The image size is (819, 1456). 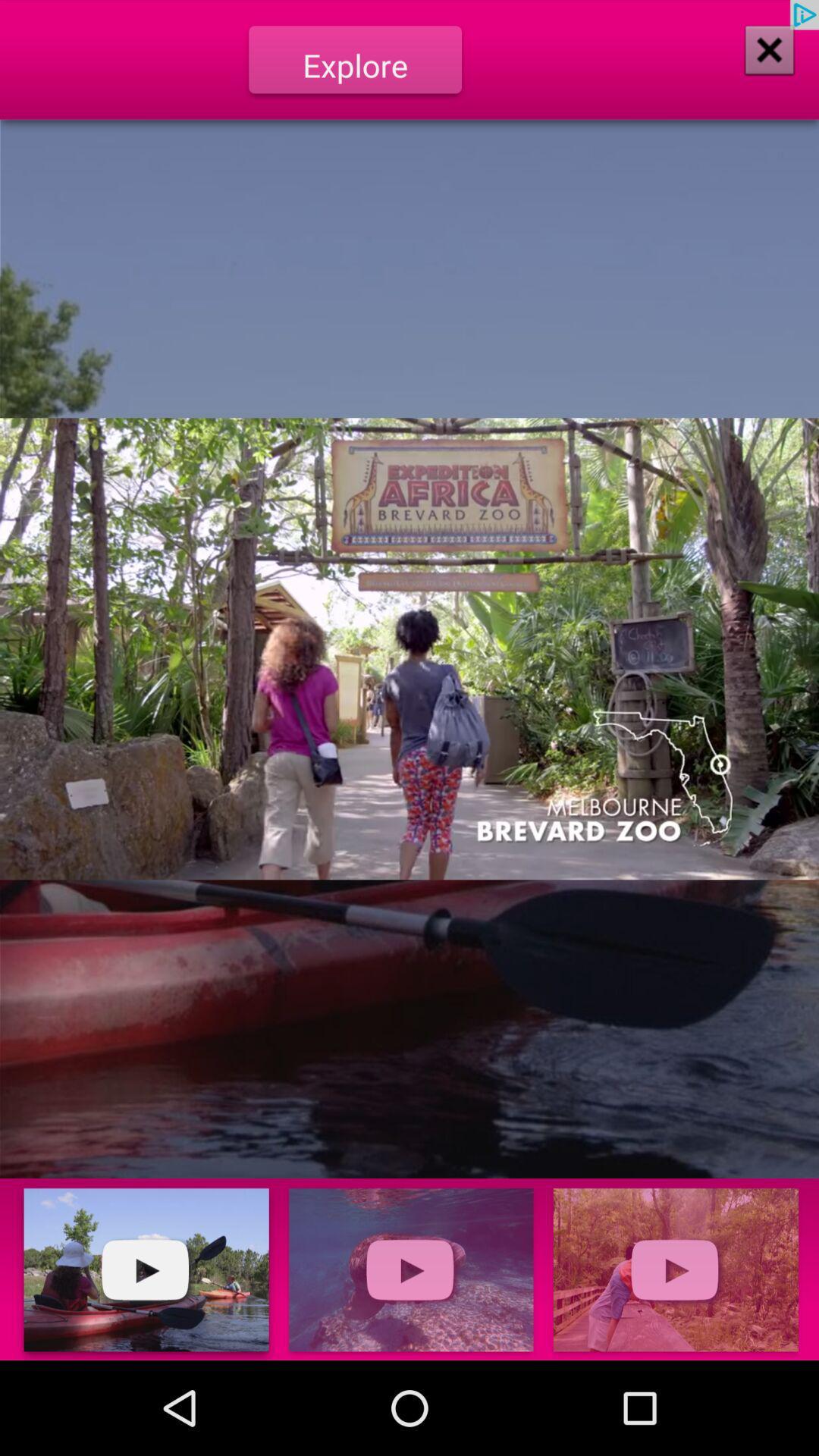 What do you see at coordinates (769, 53) in the screenshot?
I see `the close icon` at bounding box center [769, 53].